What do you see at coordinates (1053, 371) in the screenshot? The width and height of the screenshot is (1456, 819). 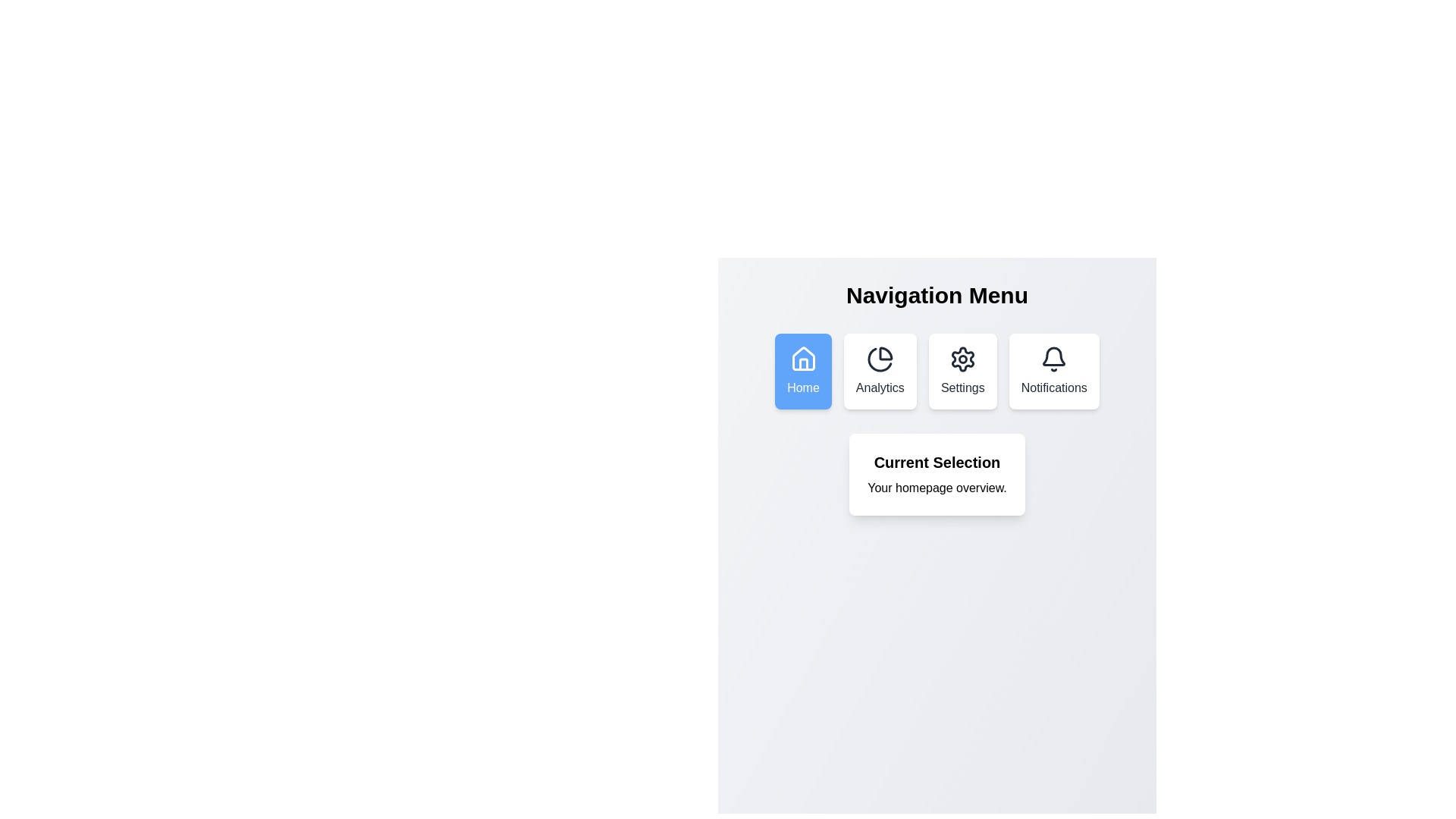 I see `the menu item labeled Notifications to navigate to the corresponding section` at bounding box center [1053, 371].